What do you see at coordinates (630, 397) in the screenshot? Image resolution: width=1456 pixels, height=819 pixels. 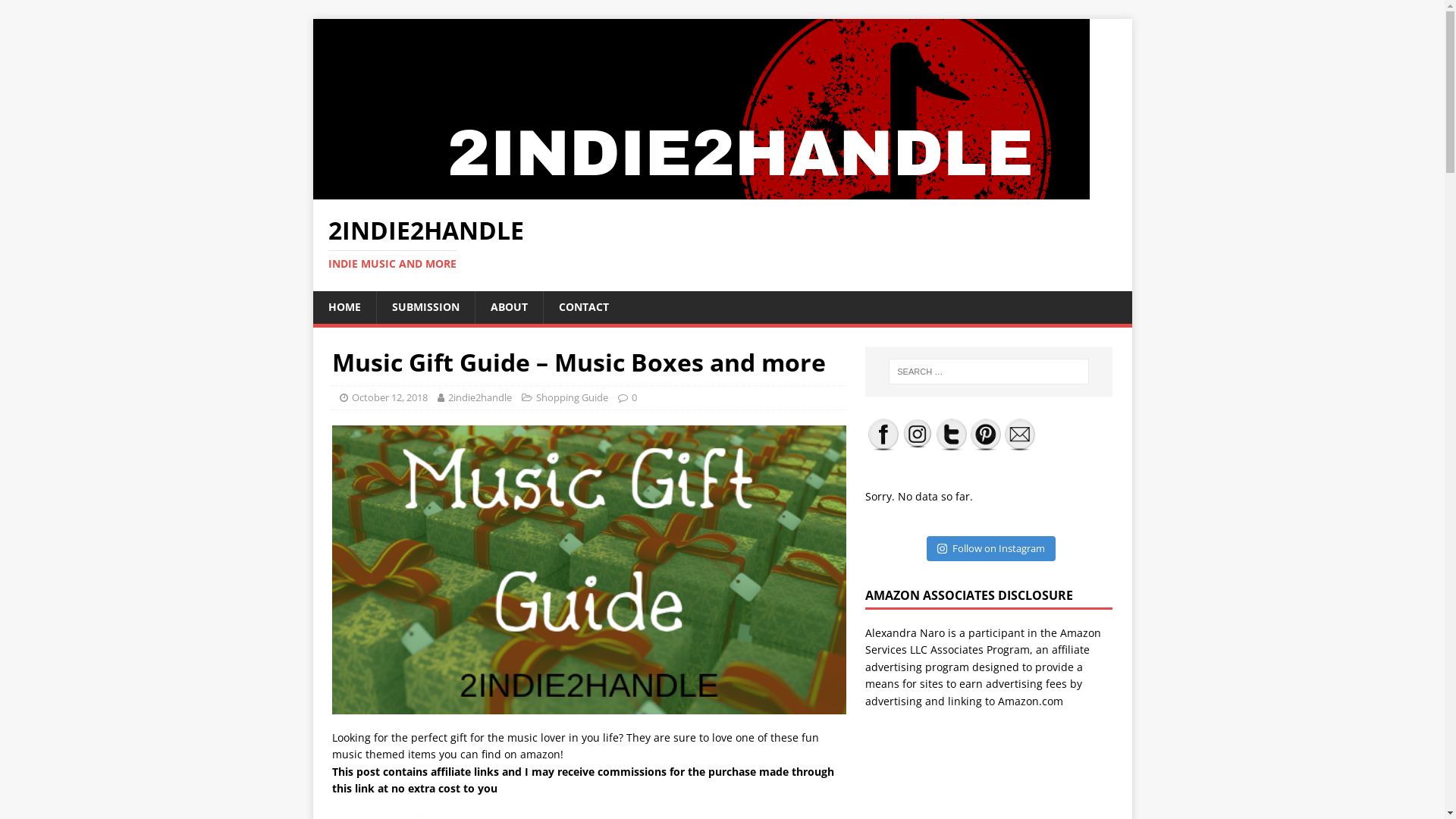 I see `'0'` at bounding box center [630, 397].